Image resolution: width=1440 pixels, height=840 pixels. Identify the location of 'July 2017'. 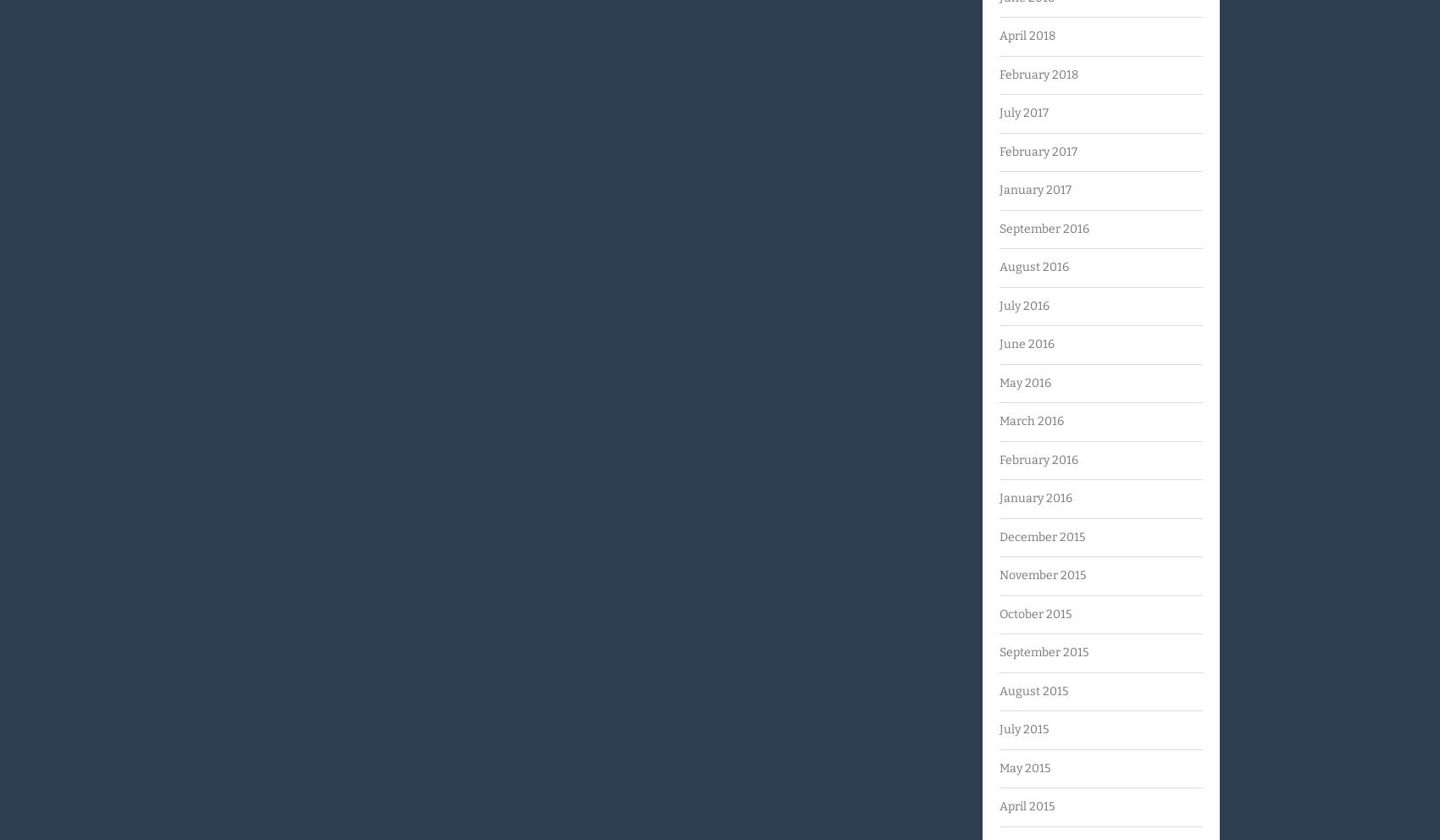
(1023, 113).